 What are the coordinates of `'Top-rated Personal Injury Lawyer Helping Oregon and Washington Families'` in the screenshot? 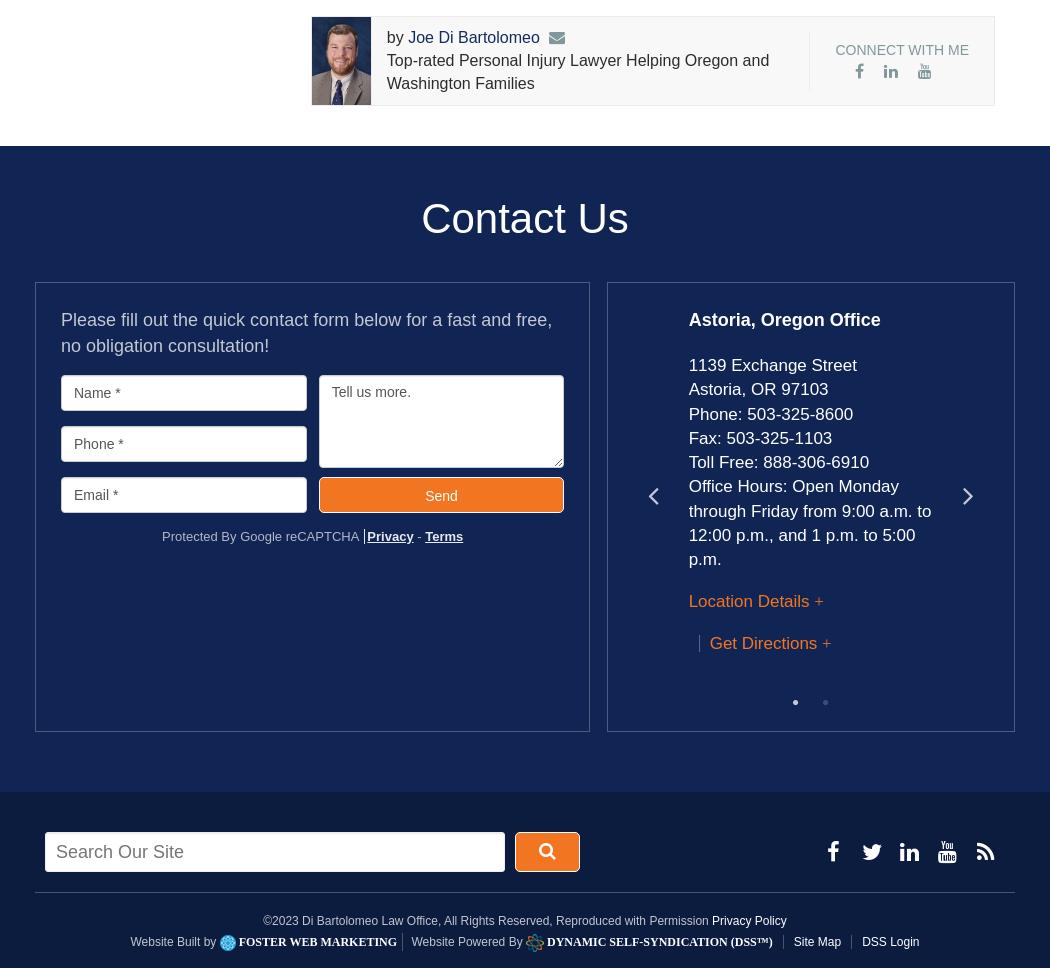 It's located at (576, 71).